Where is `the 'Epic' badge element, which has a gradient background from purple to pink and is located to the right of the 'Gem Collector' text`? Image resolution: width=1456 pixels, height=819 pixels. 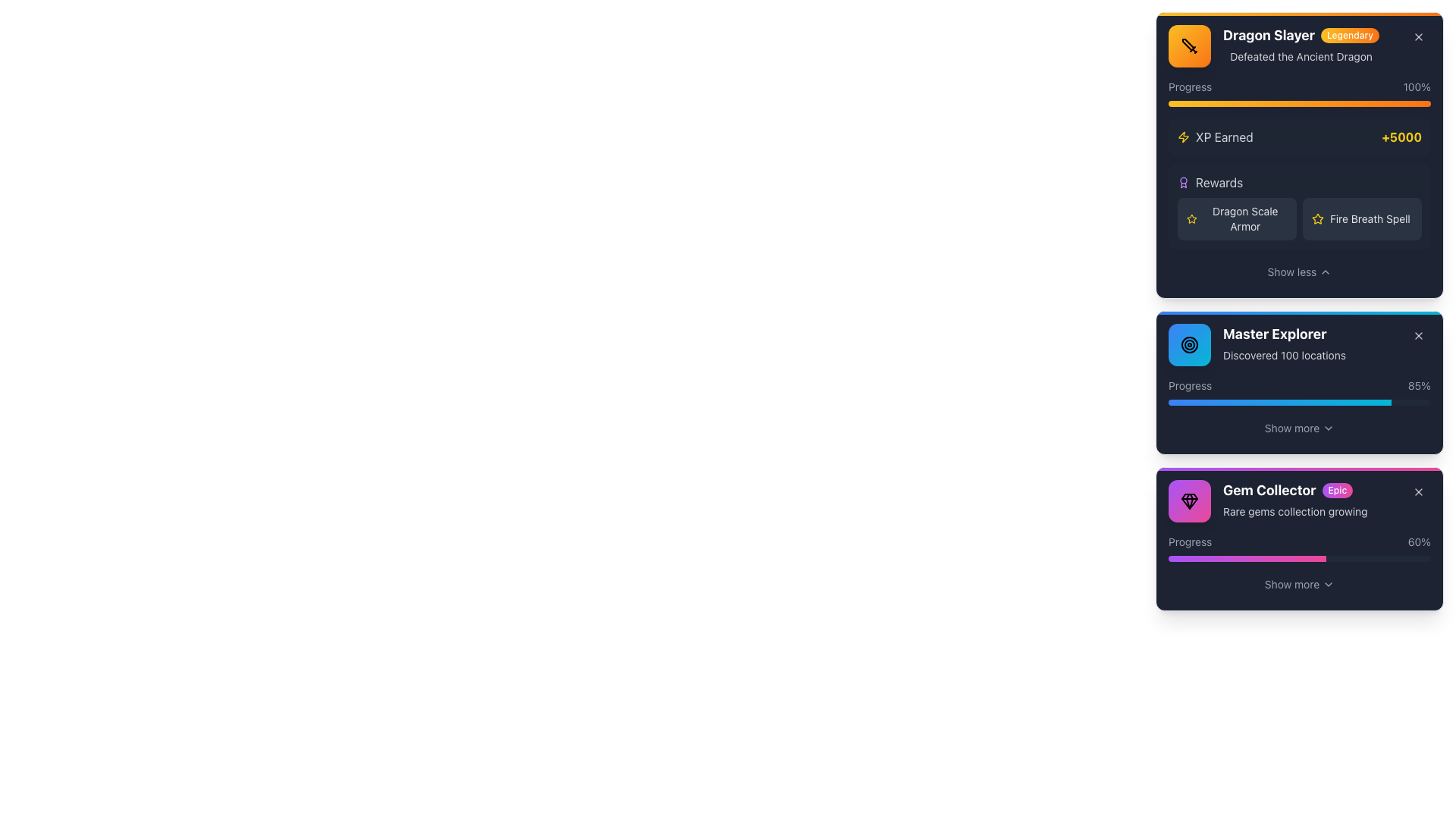 the 'Epic' badge element, which has a gradient background from purple to pink and is located to the right of the 'Gem Collector' text is located at coordinates (1337, 491).